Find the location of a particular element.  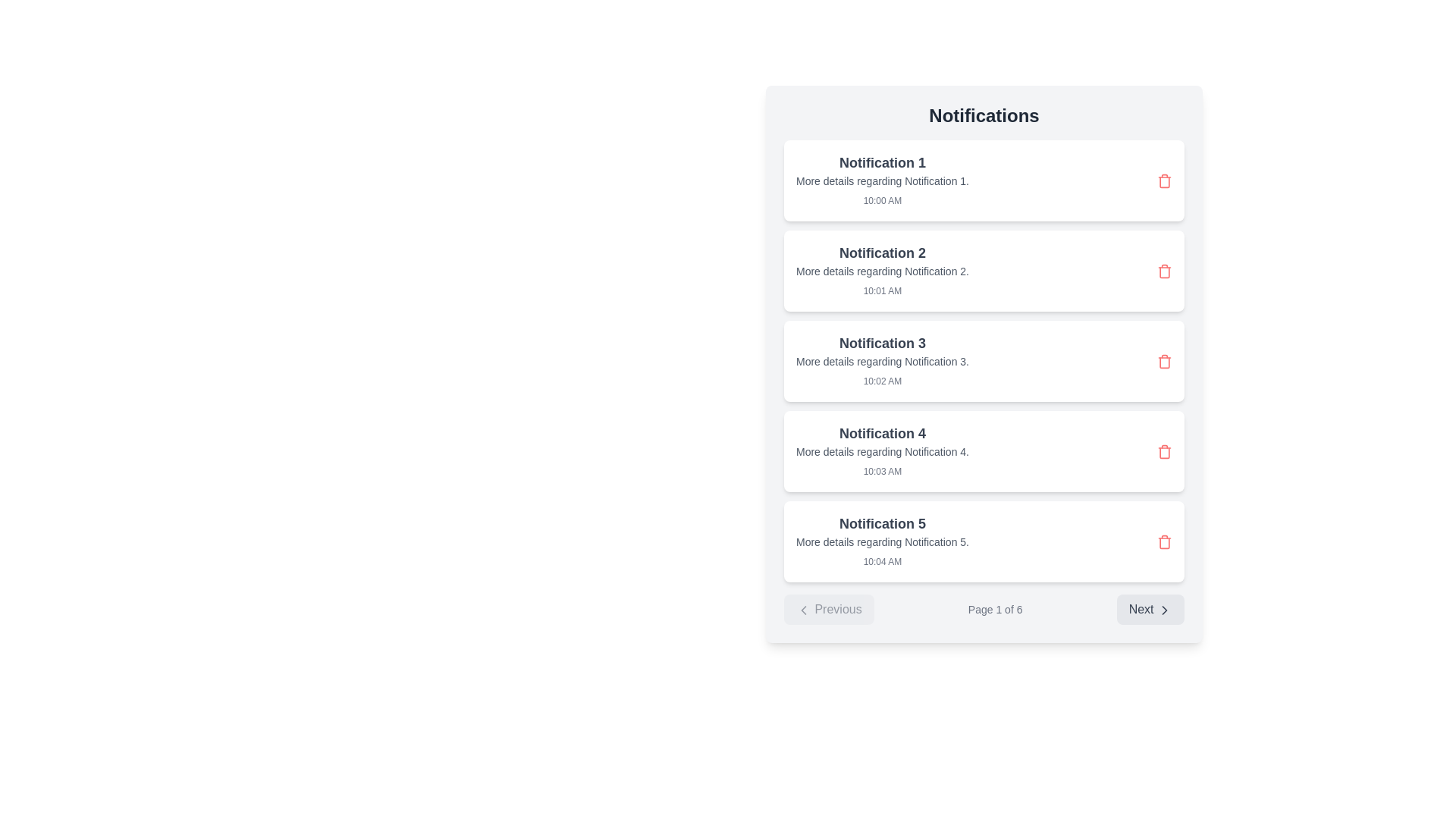

the notification marked as 'Notification 1' for additional actions is located at coordinates (883, 180).